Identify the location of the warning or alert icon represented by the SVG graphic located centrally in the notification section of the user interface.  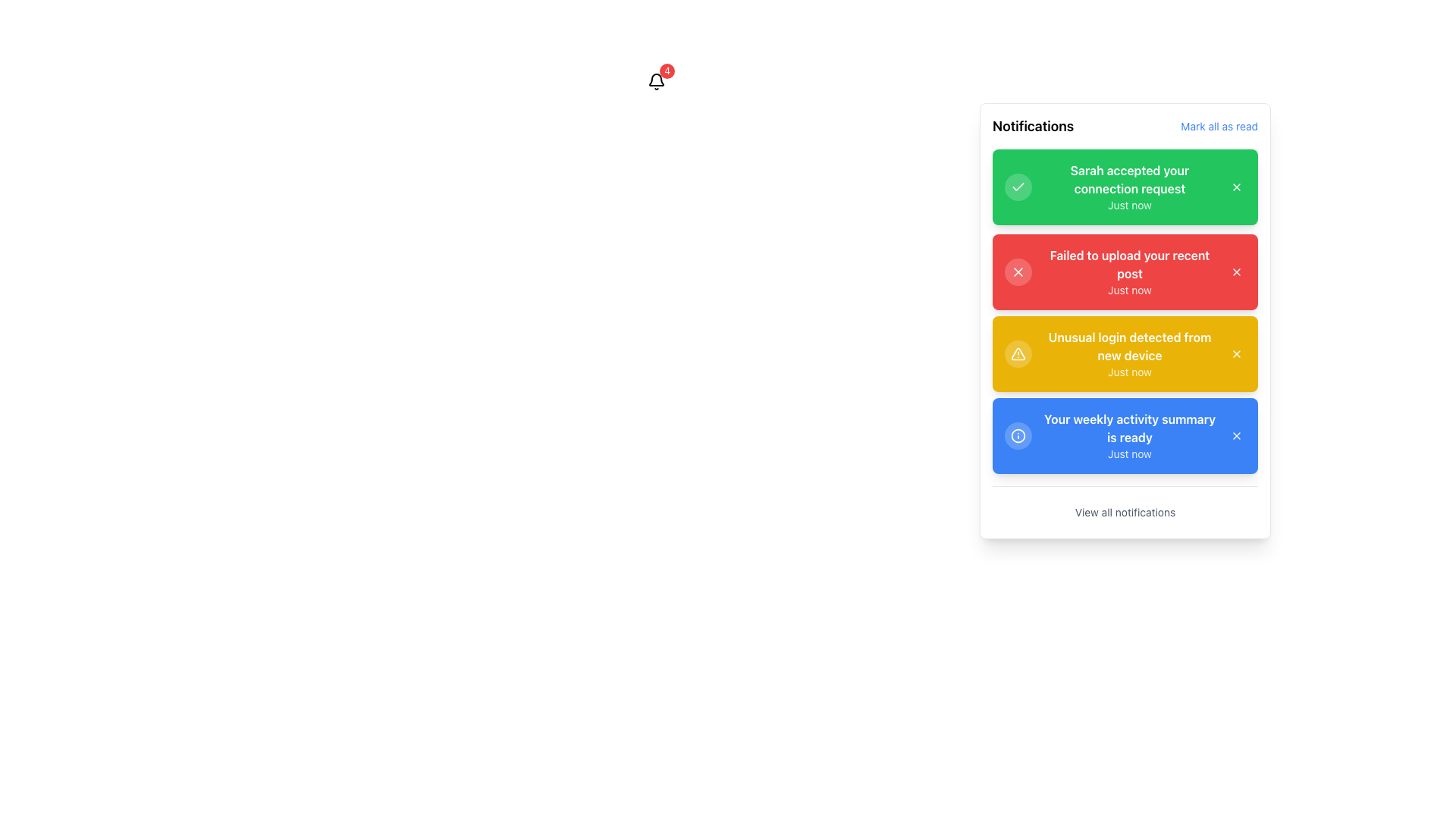
(1018, 353).